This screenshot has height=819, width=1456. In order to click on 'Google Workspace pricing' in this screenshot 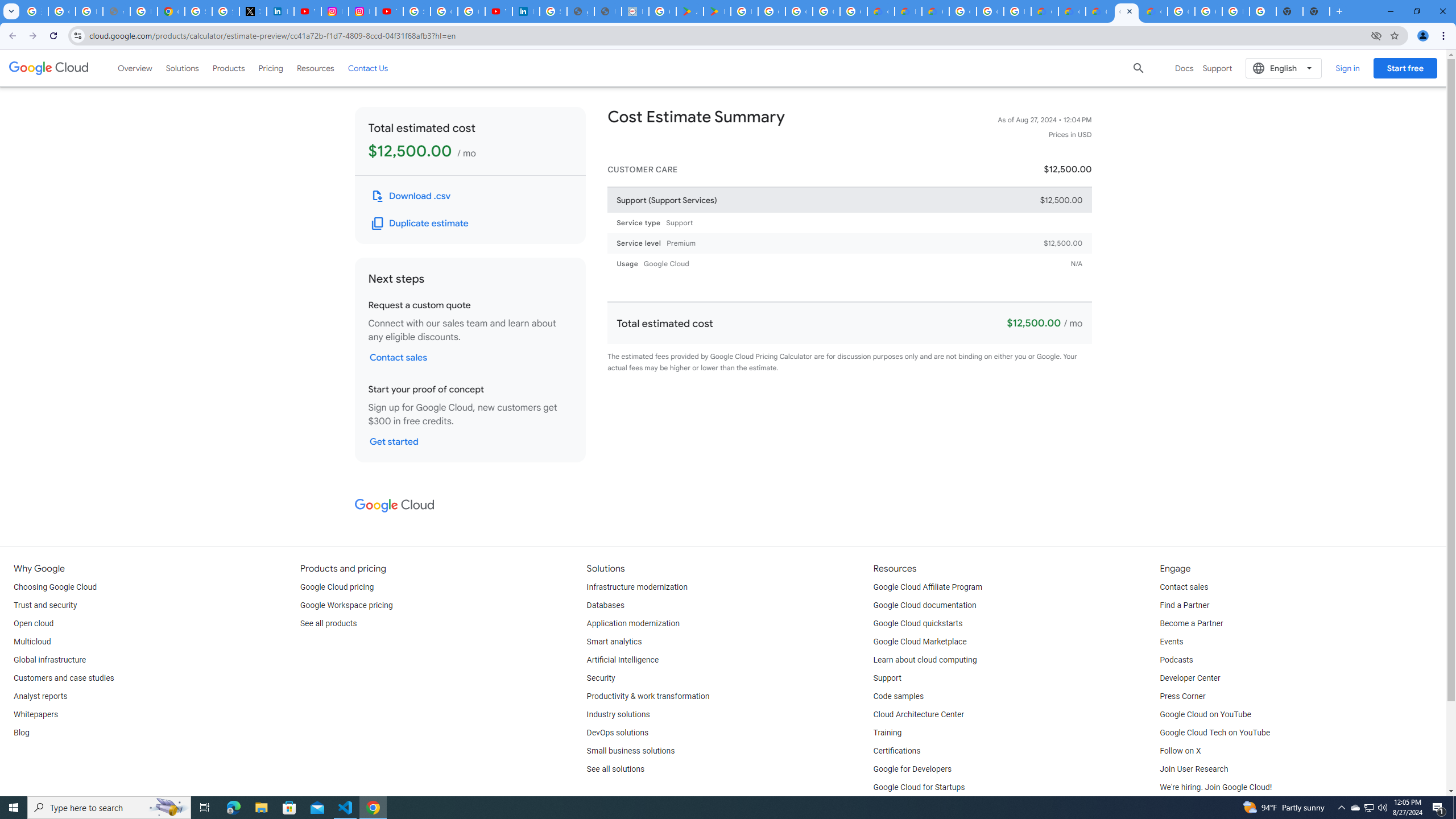, I will do `click(346, 605)`.